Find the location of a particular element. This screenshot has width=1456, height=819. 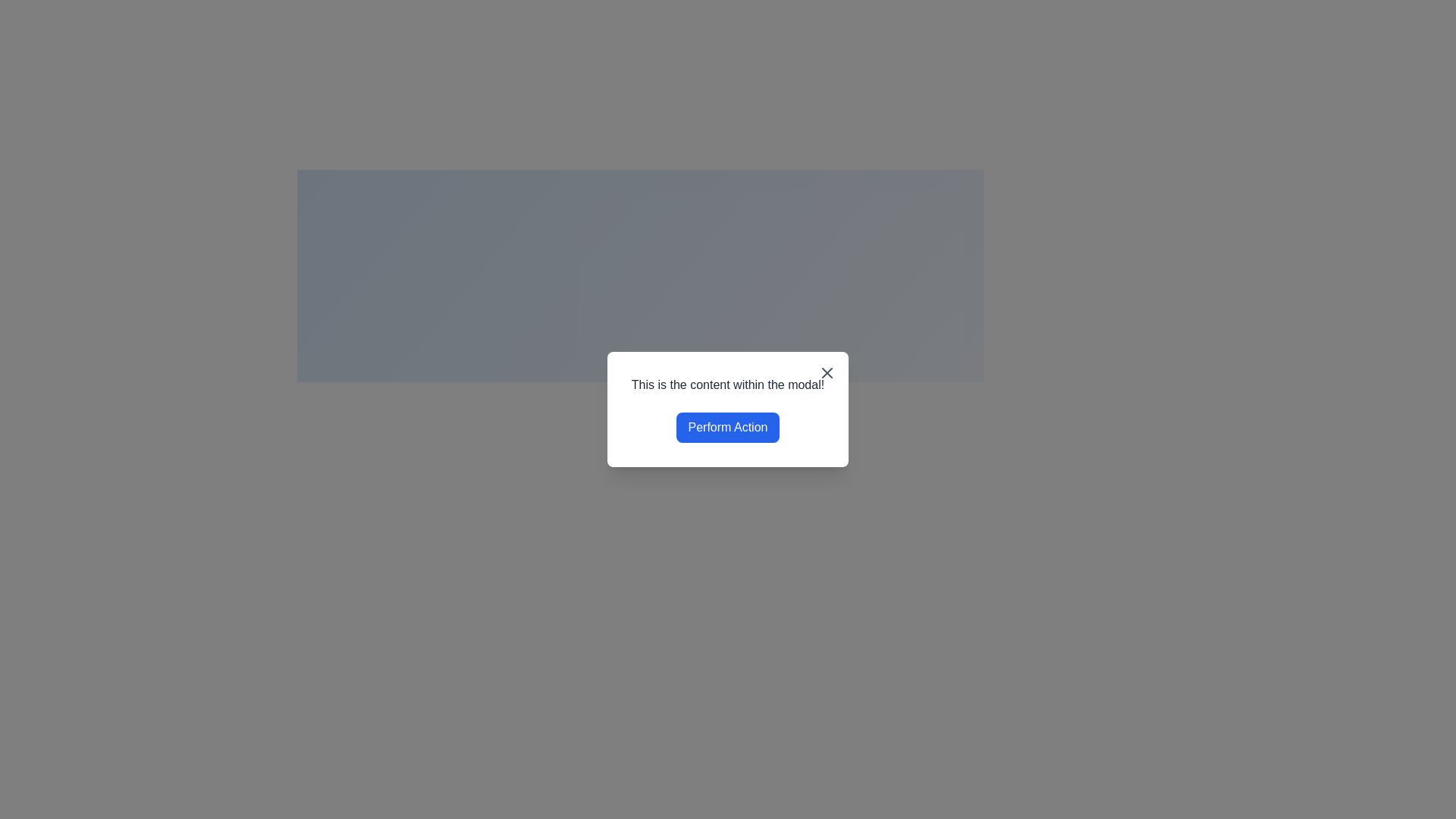

the blue rectangular button with rounded edges labeled 'Perform Action' located in the modal dialog box is located at coordinates (728, 427).